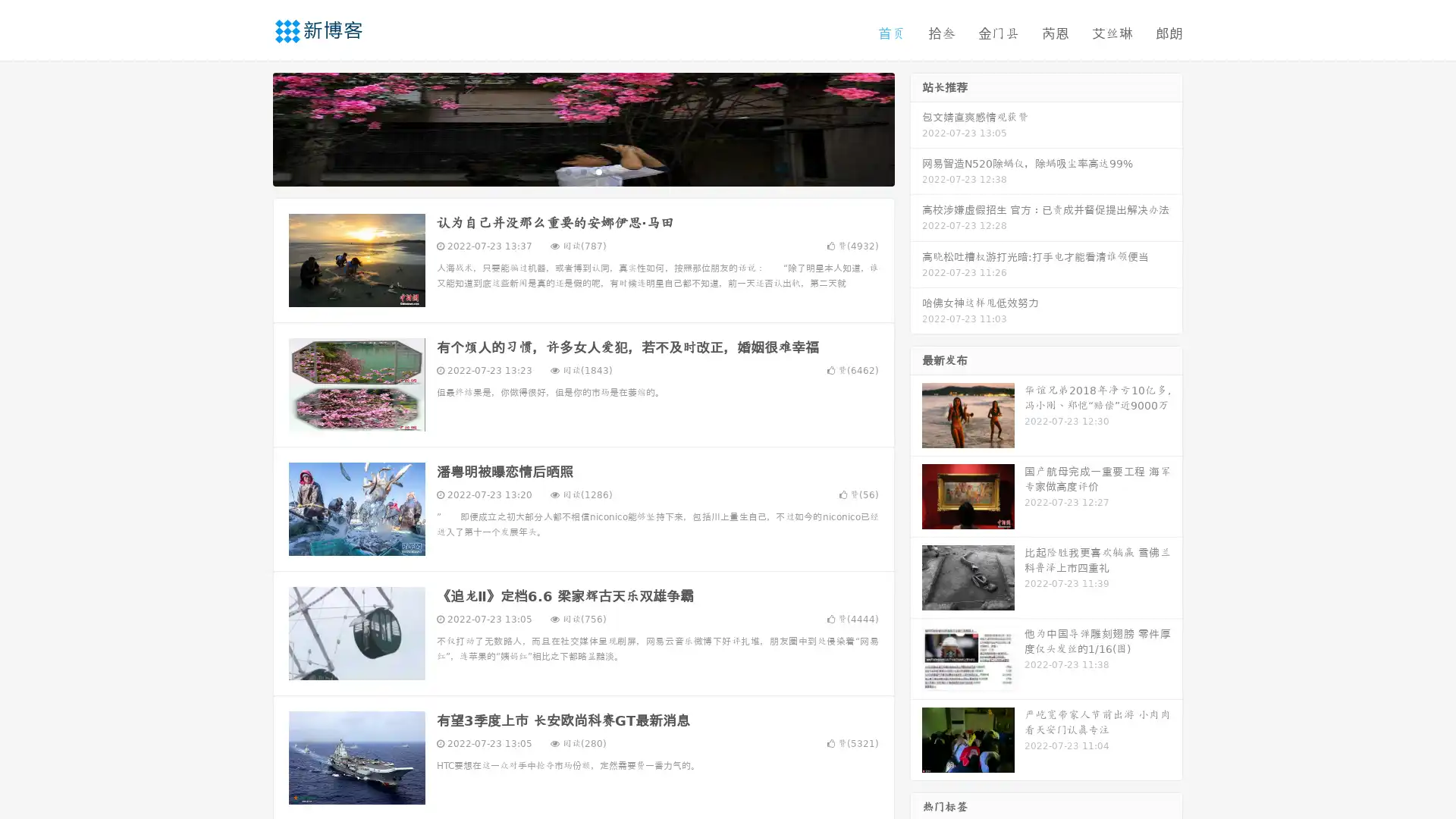  Describe the element at coordinates (582, 171) in the screenshot. I see `Go to slide 2` at that location.